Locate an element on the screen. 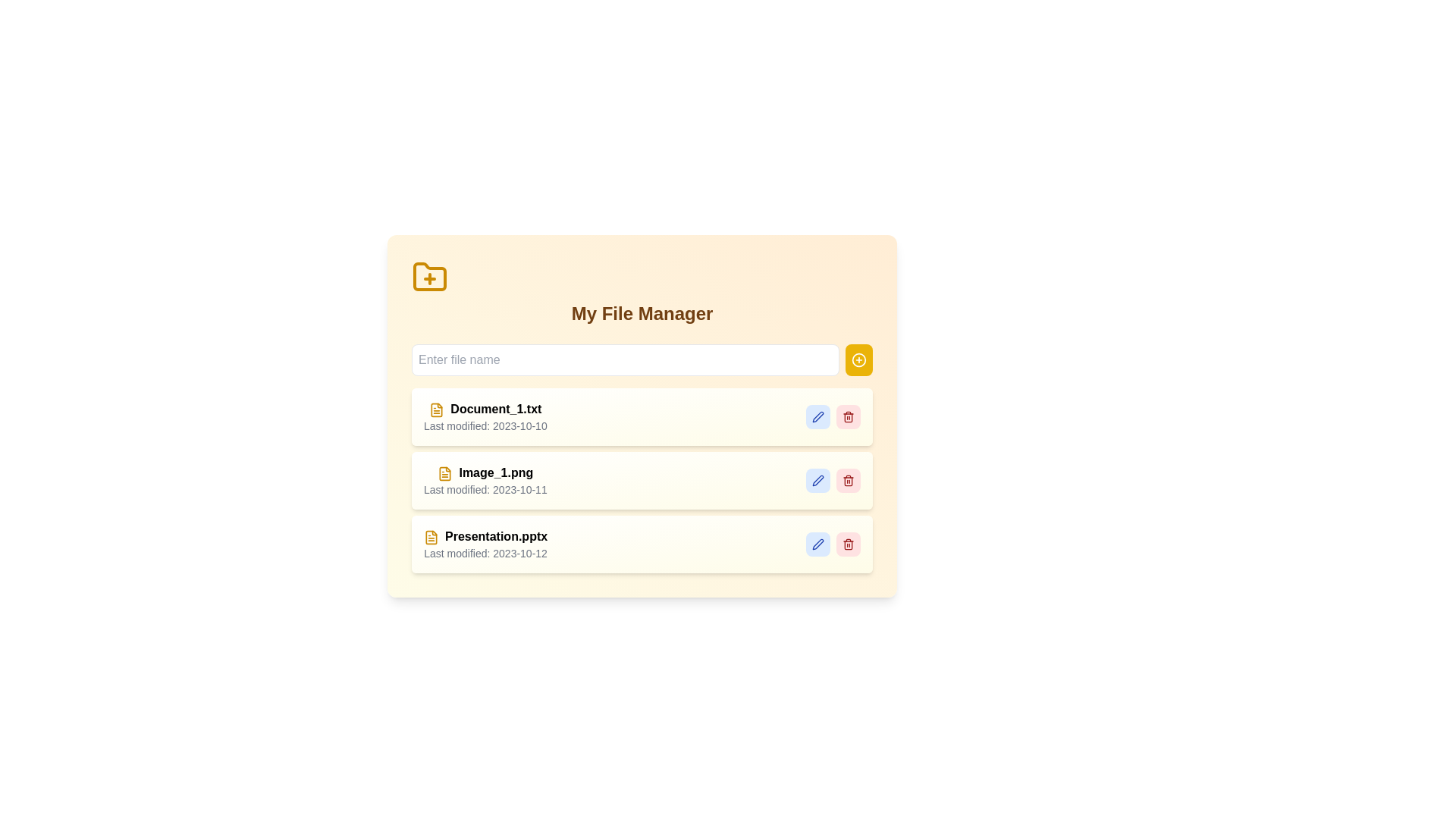  the red delete button located to the right of the blue edit button to initiate the deletion process for the associated file or item in the list is located at coordinates (847, 417).